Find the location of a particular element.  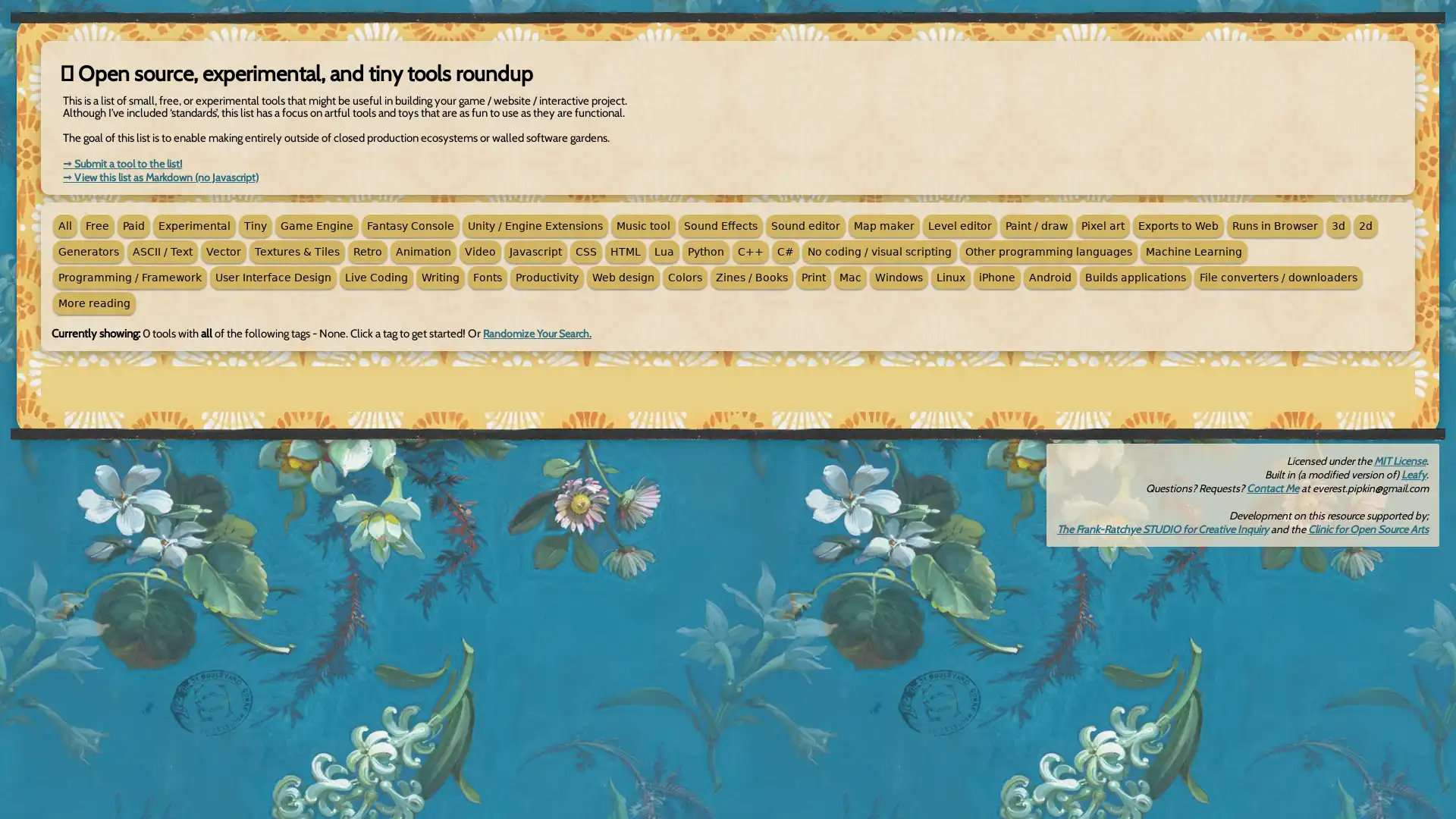

Animation is located at coordinates (423, 250).